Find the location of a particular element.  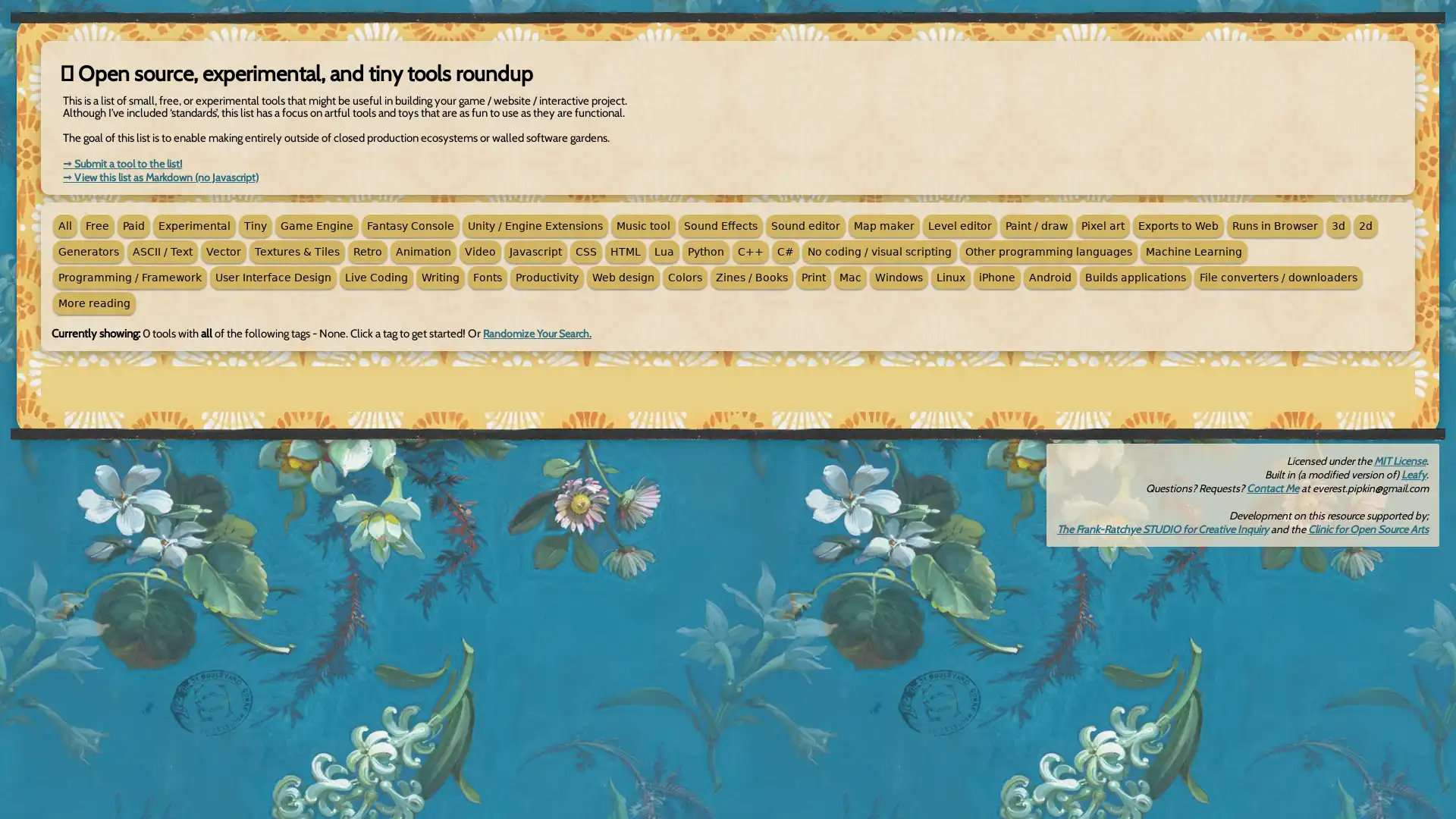

Animation is located at coordinates (423, 250).